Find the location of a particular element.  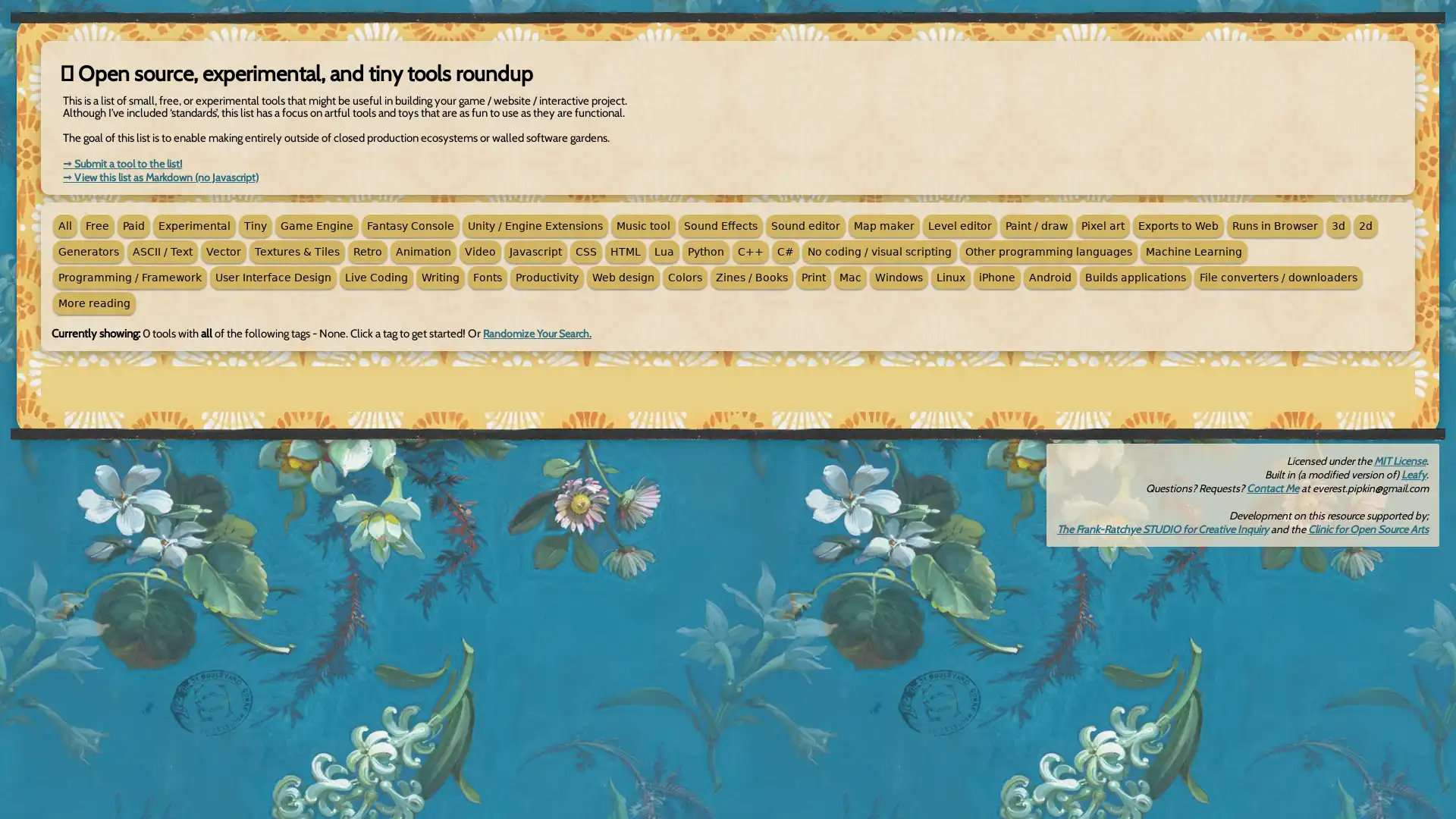

Animation is located at coordinates (423, 250).